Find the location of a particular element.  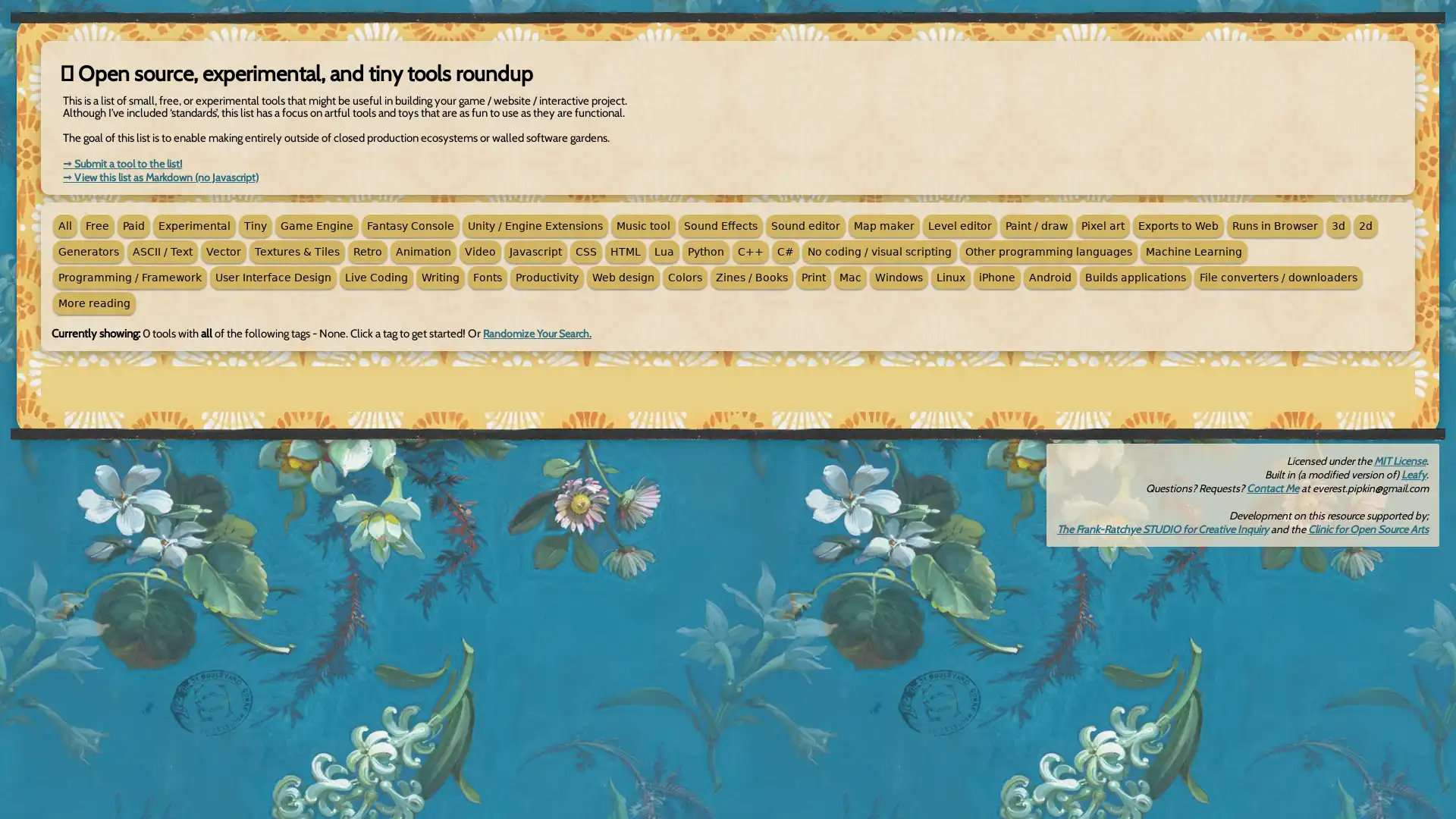

Animation is located at coordinates (423, 250).